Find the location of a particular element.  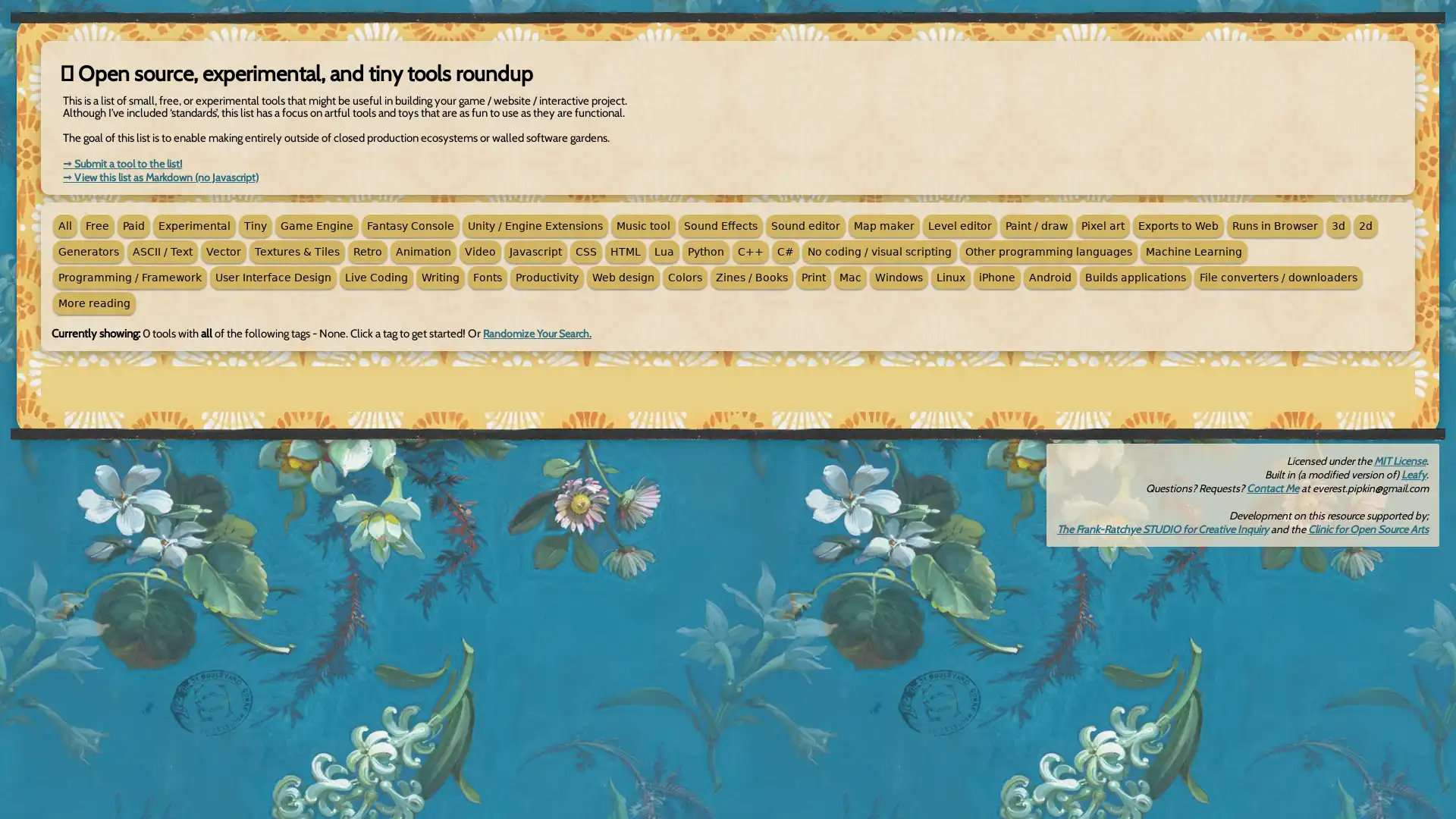

Animation is located at coordinates (423, 250).